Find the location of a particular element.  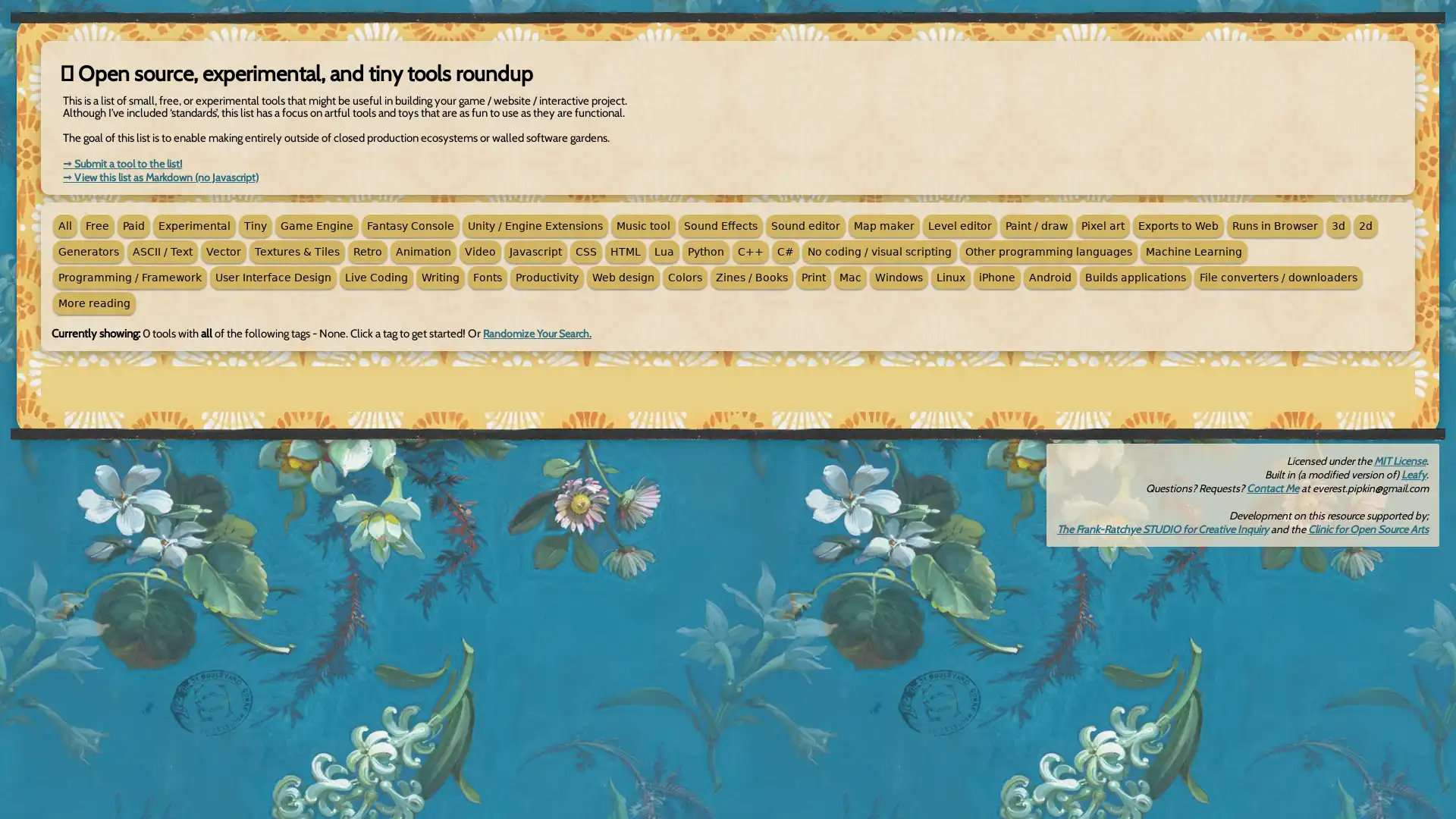

Animation is located at coordinates (423, 250).